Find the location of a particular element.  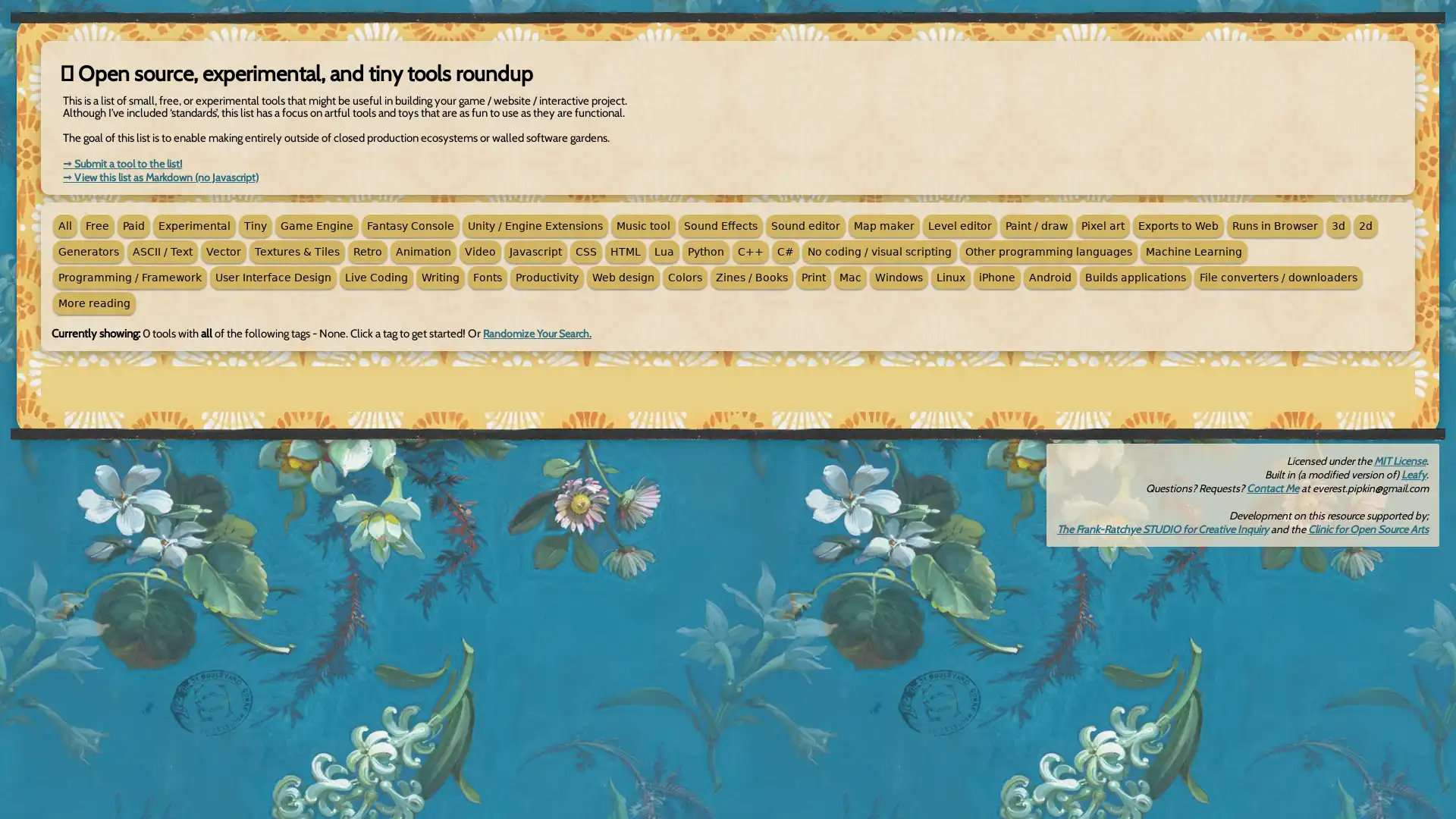

Animation is located at coordinates (423, 250).